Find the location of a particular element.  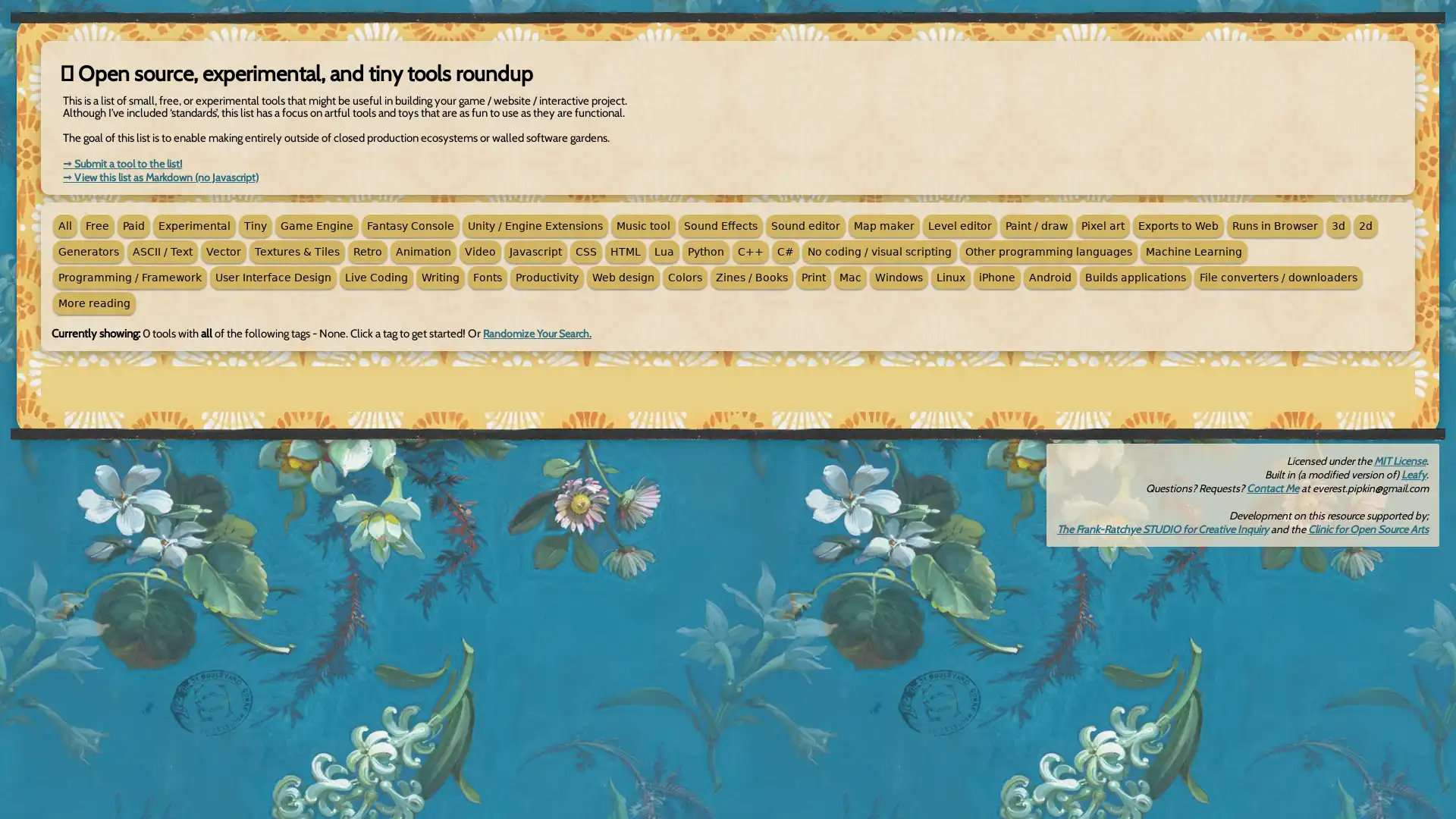

Animation is located at coordinates (423, 250).